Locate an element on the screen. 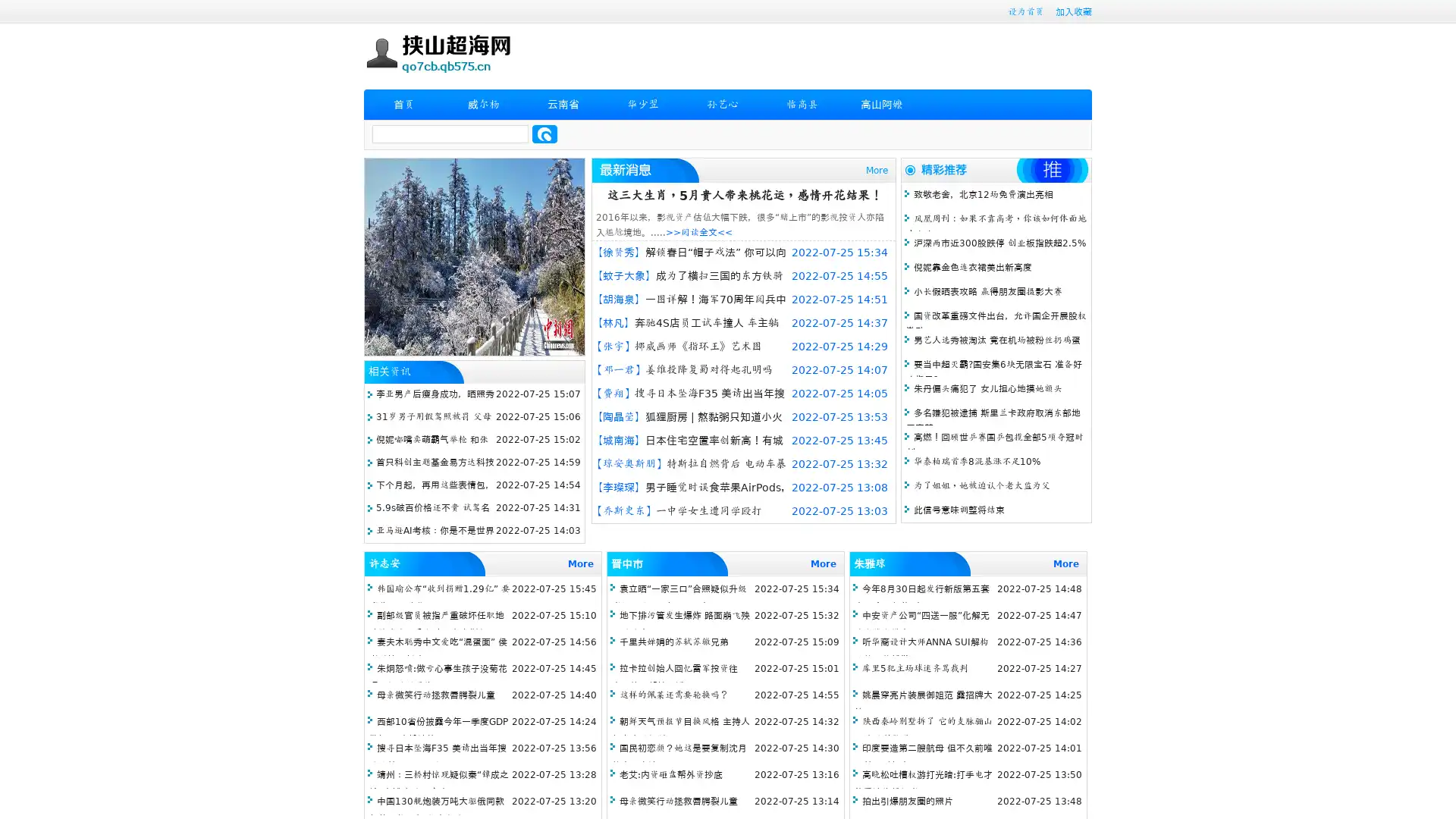  Search is located at coordinates (544, 133).